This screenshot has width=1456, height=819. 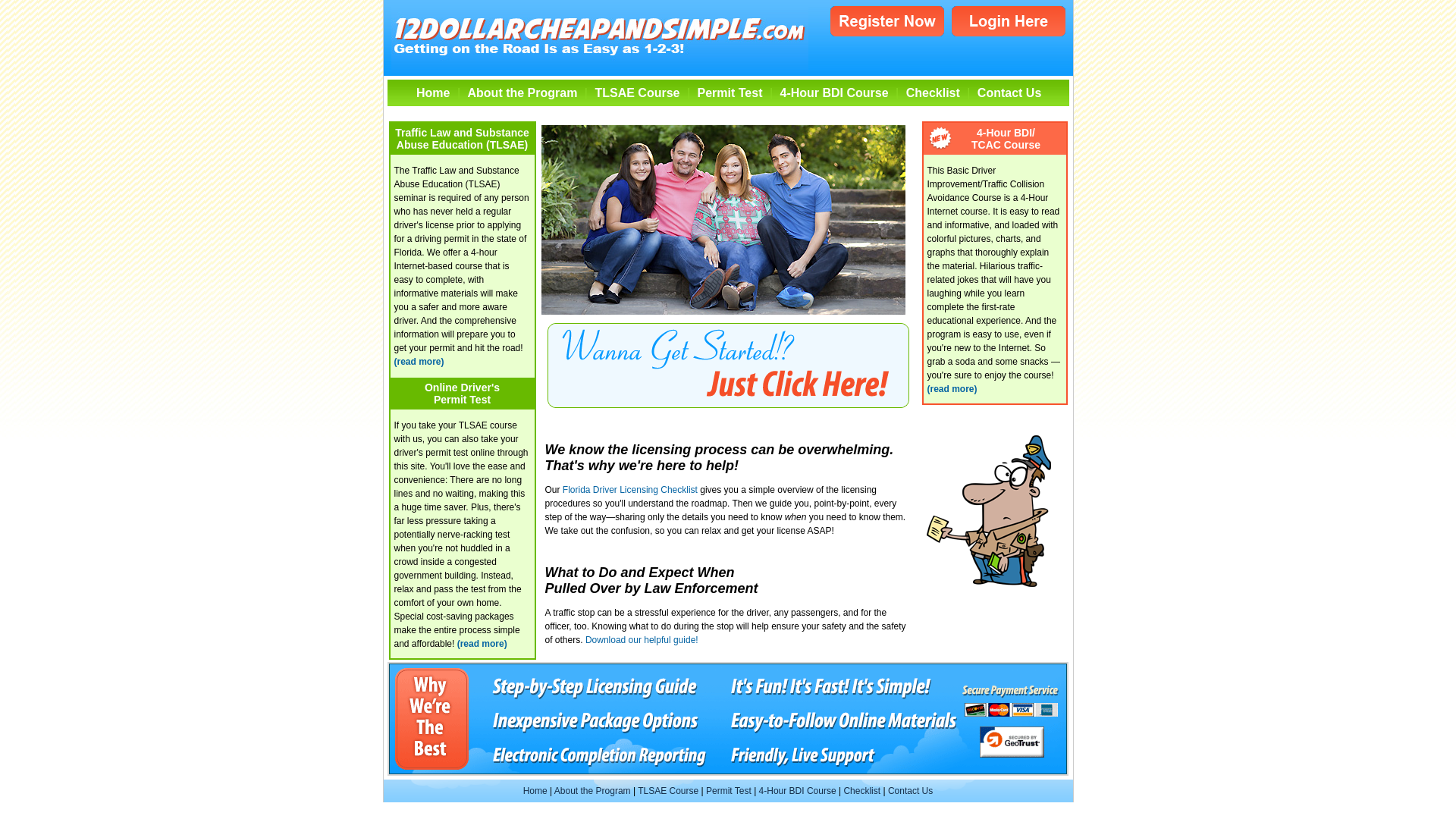 What do you see at coordinates (591, 789) in the screenshot?
I see `'About the Program'` at bounding box center [591, 789].